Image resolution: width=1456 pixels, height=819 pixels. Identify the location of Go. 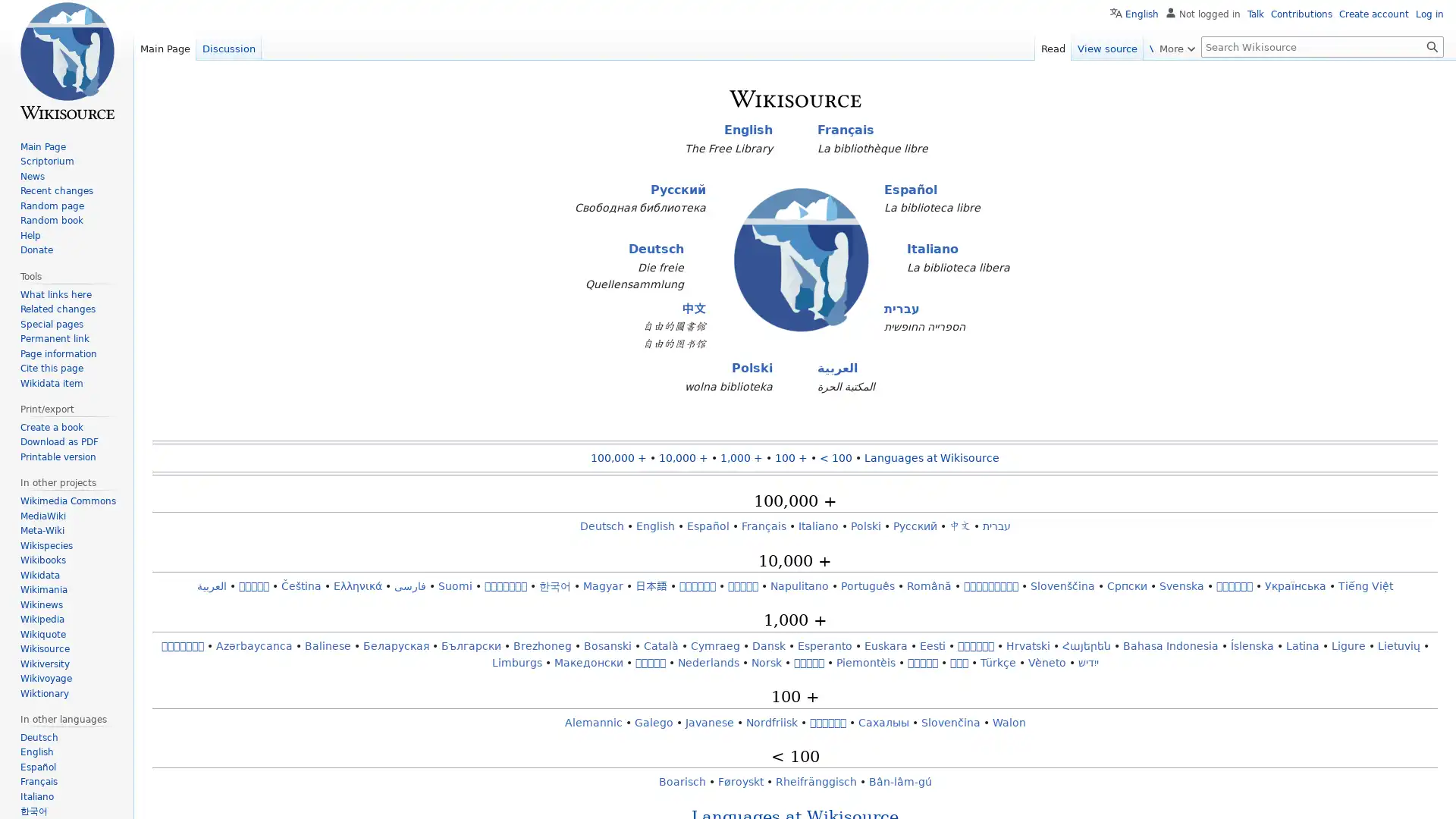
(1432, 45).